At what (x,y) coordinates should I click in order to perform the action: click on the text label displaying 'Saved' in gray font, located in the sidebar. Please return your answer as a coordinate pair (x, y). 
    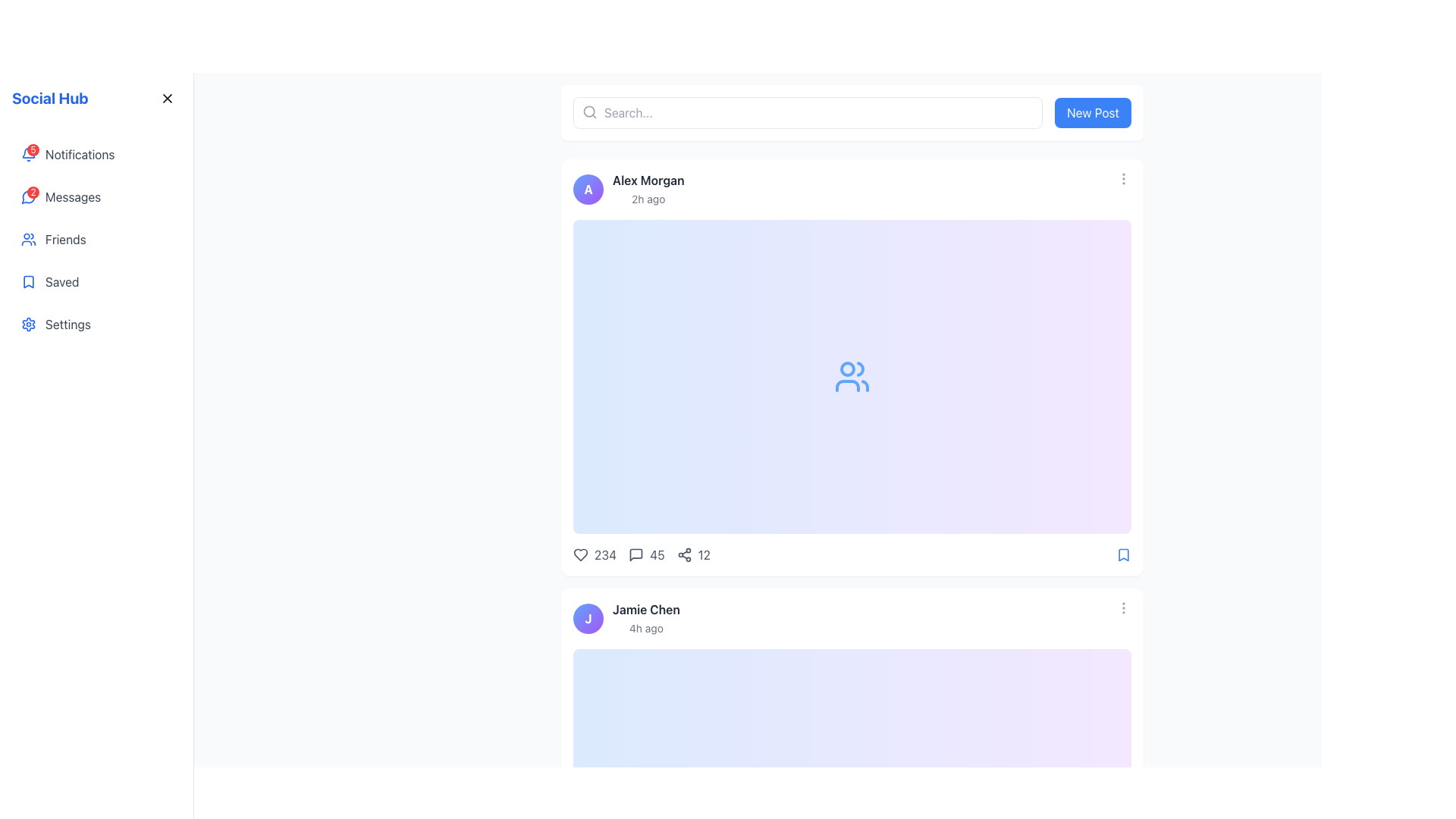
    Looking at the image, I should click on (61, 281).